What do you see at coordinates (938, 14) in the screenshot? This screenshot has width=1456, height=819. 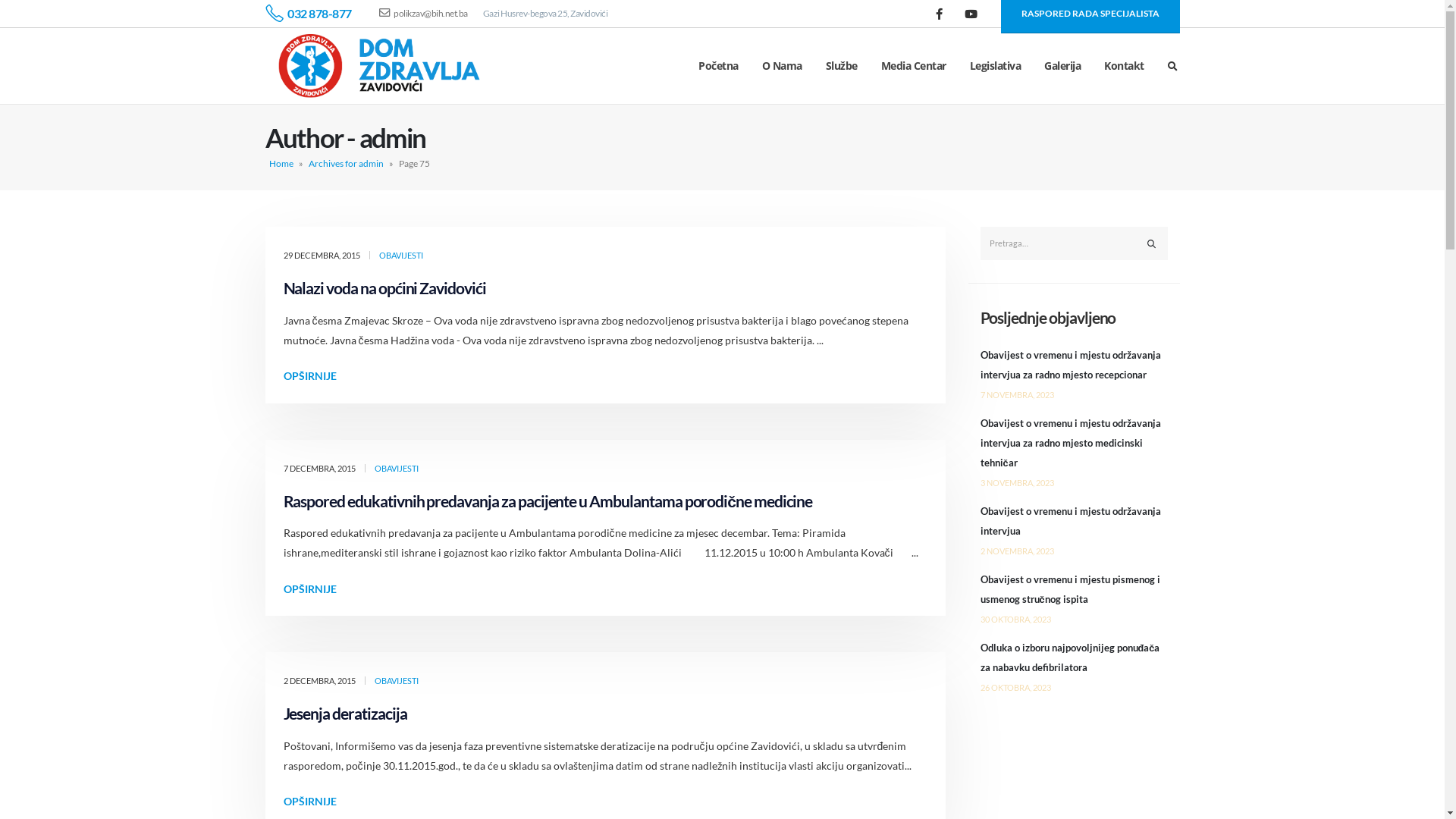 I see `'Facebook'` at bounding box center [938, 14].